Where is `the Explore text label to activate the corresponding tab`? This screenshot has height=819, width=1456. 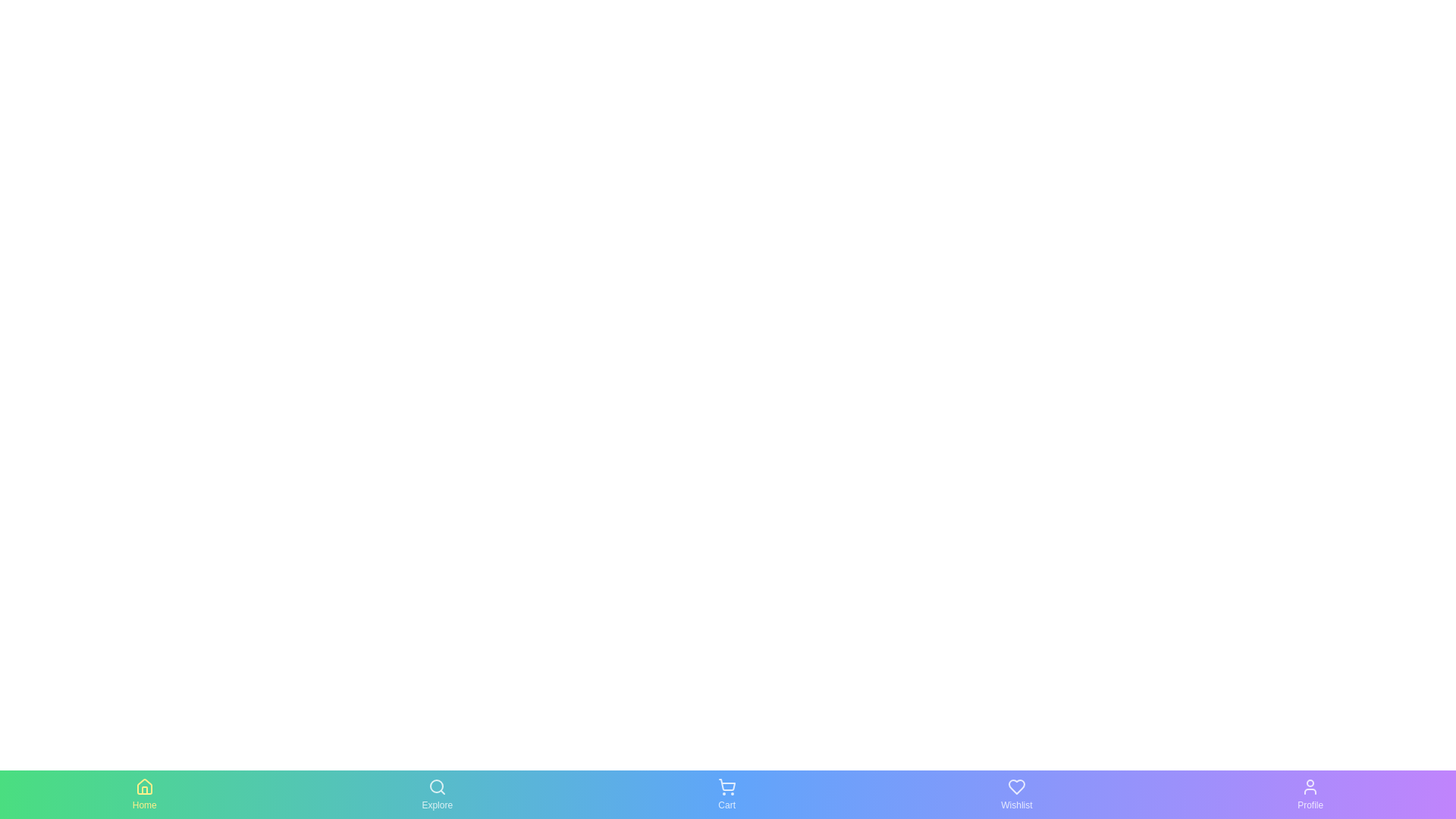
the Explore text label to activate the corresponding tab is located at coordinates (436, 804).